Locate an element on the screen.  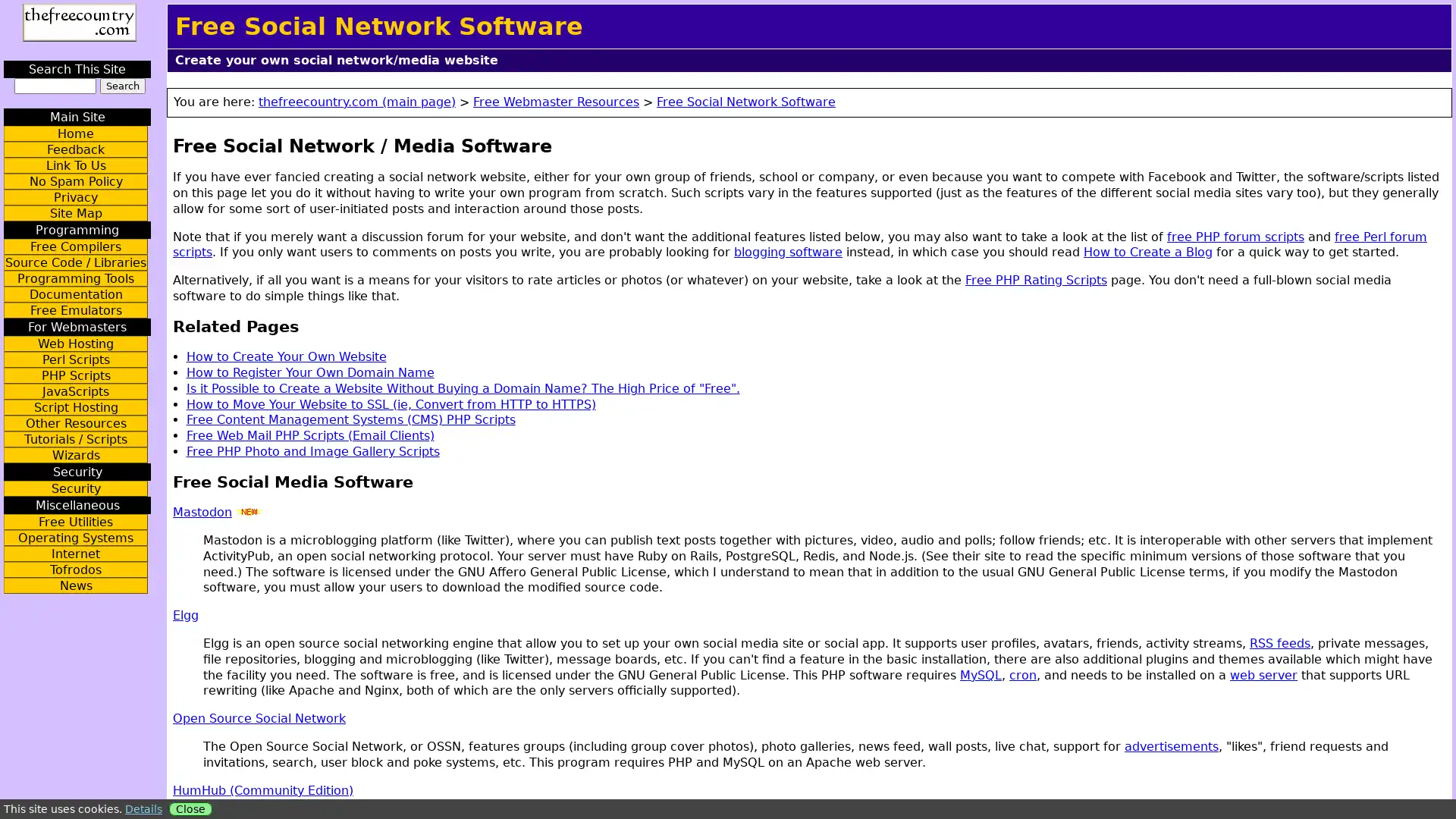
Search is located at coordinates (122, 86).